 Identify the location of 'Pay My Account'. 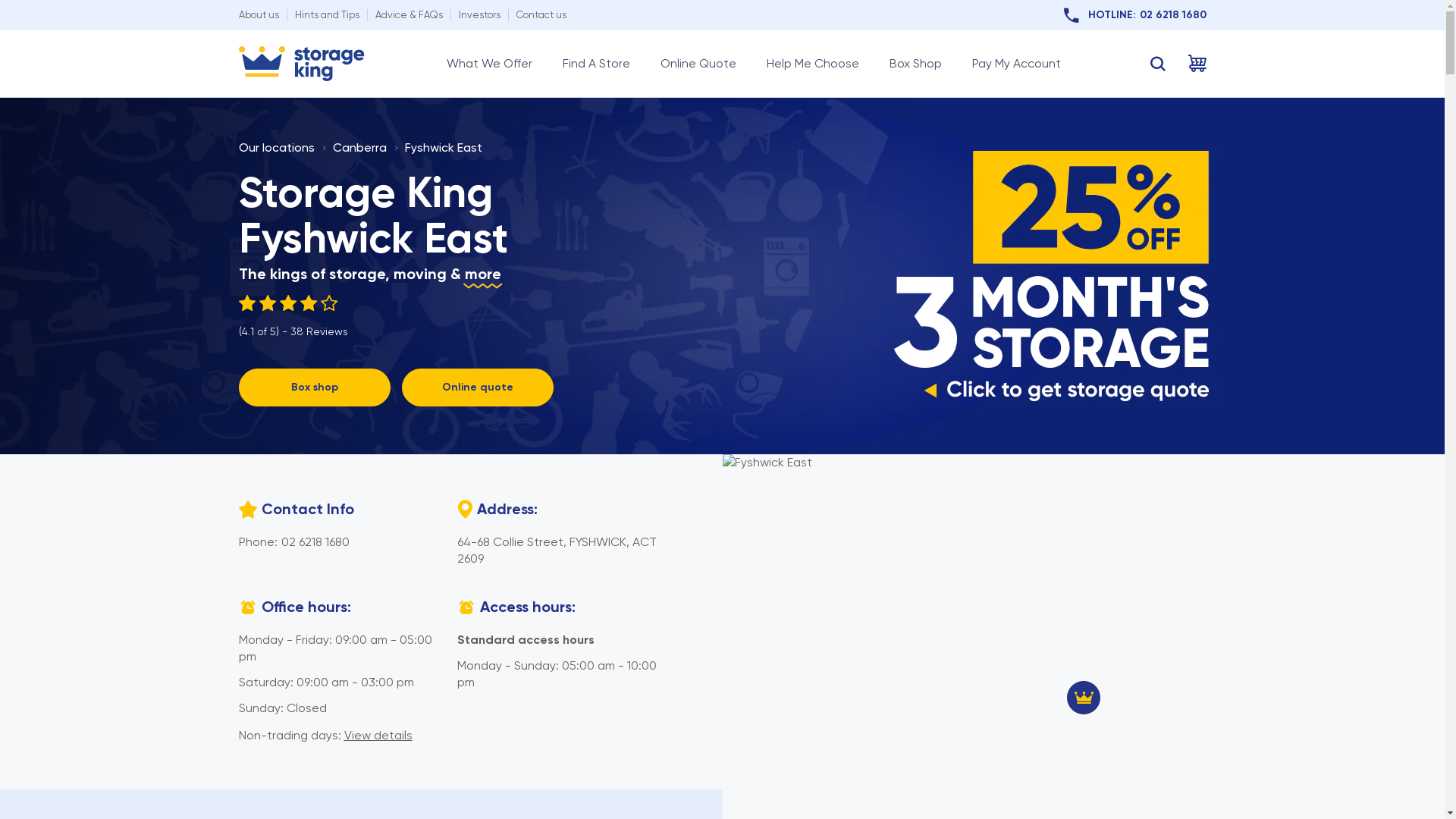
(1016, 63).